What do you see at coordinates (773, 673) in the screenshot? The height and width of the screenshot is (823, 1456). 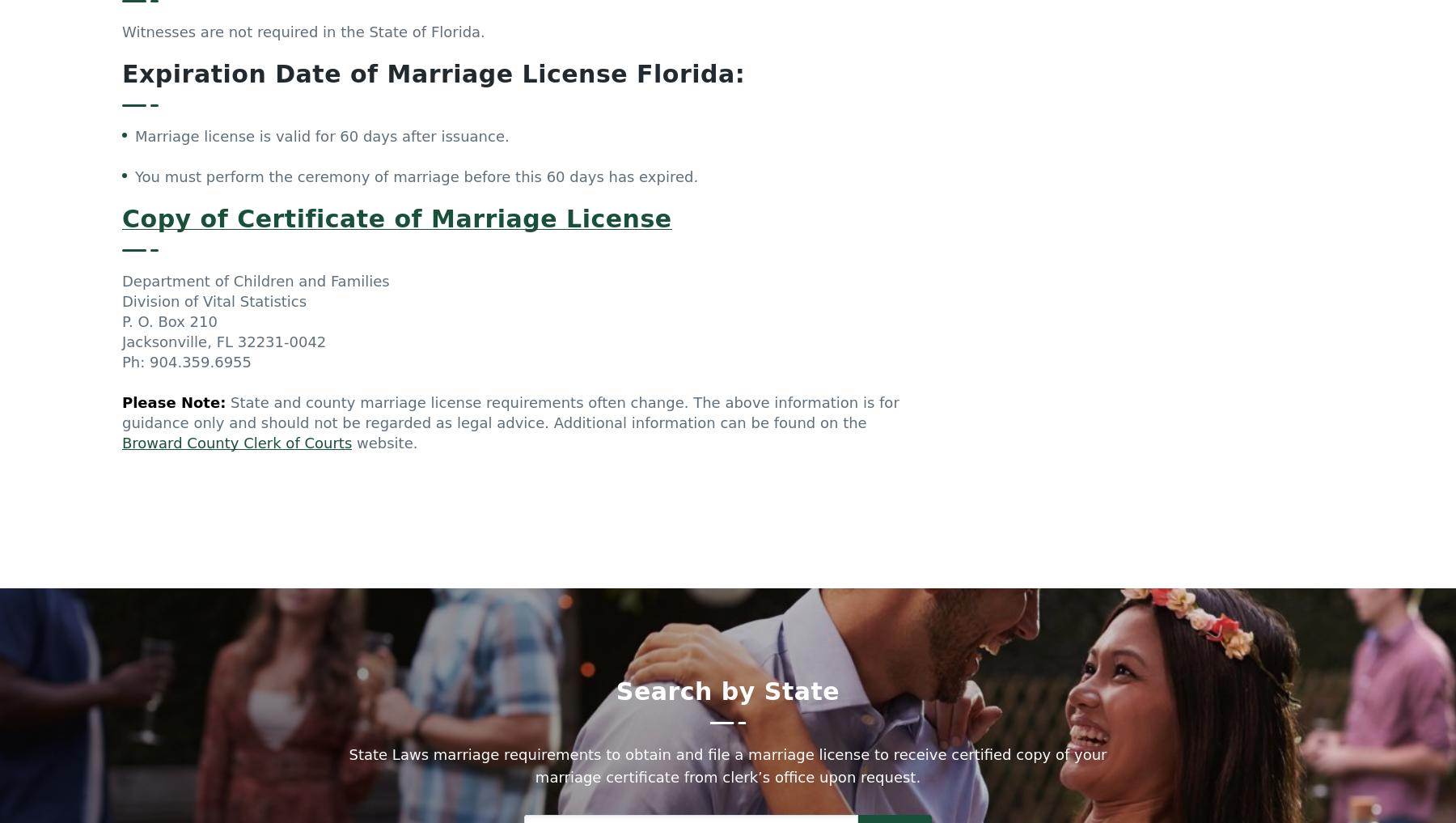 I see `'Illinois Law'` at bounding box center [773, 673].